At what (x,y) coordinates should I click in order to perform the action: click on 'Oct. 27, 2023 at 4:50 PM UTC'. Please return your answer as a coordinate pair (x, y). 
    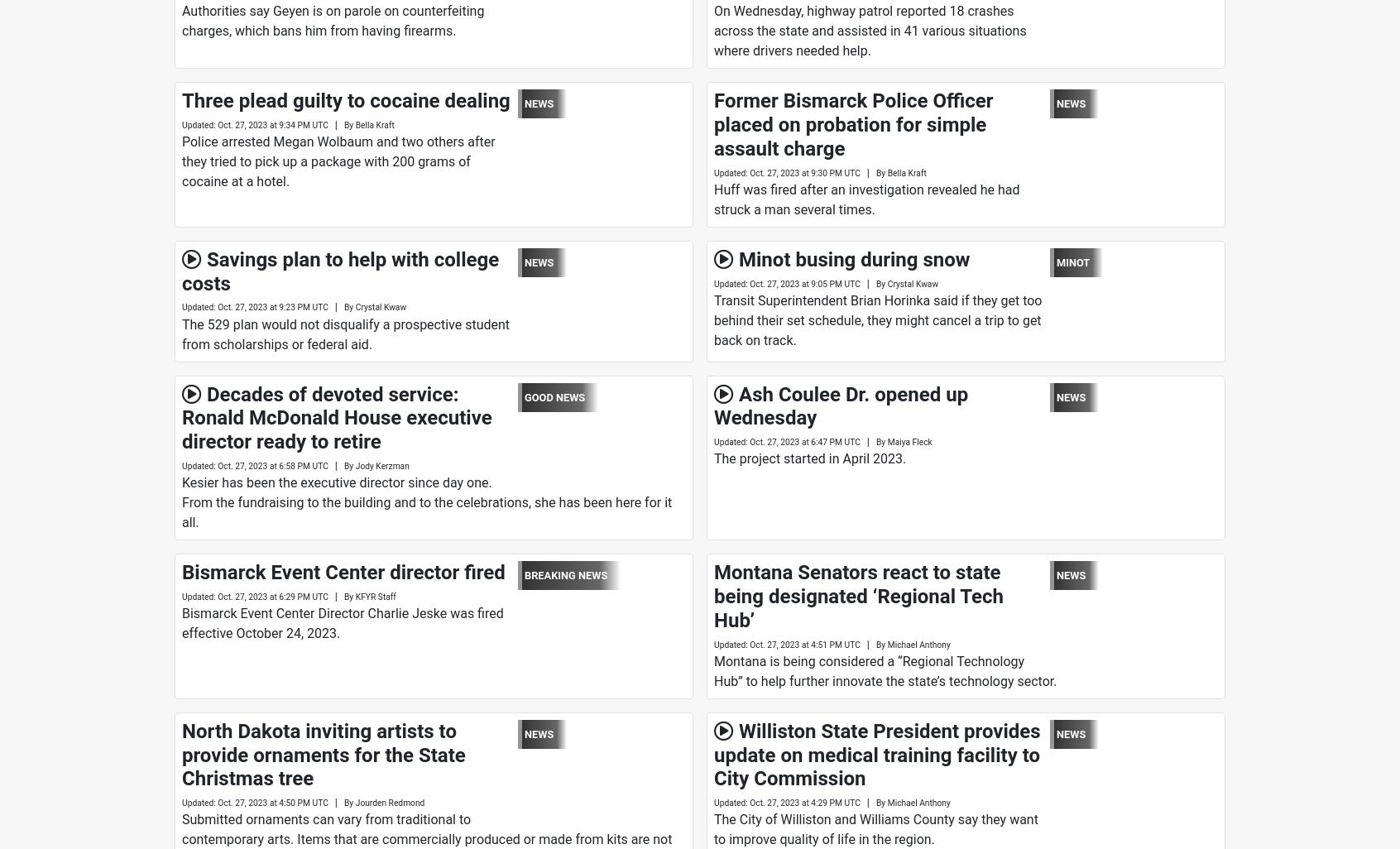
    Looking at the image, I should click on (271, 803).